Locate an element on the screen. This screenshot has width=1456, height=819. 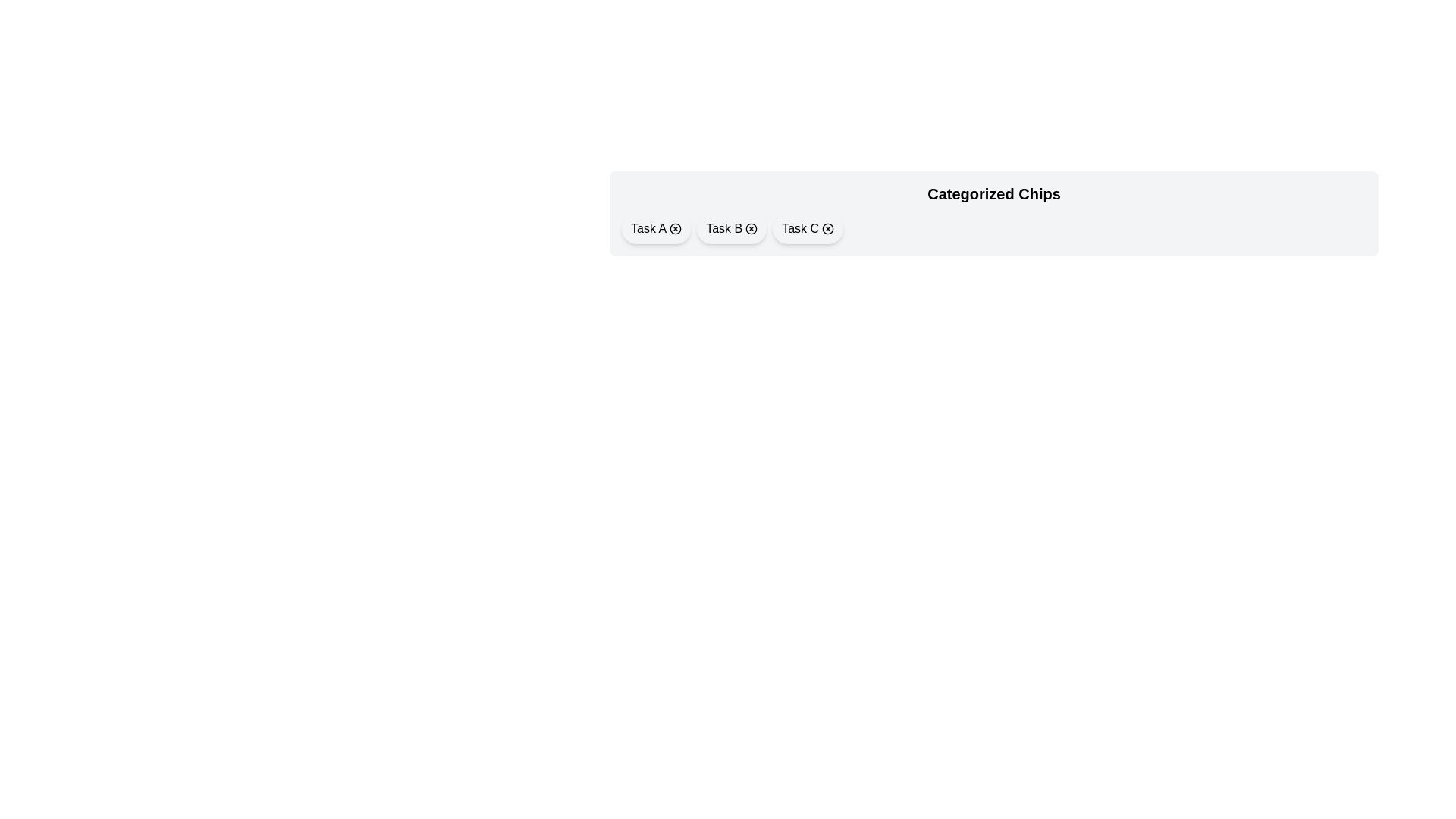
the chip labeled Task C to toggle its selection state is located at coordinates (807, 228).